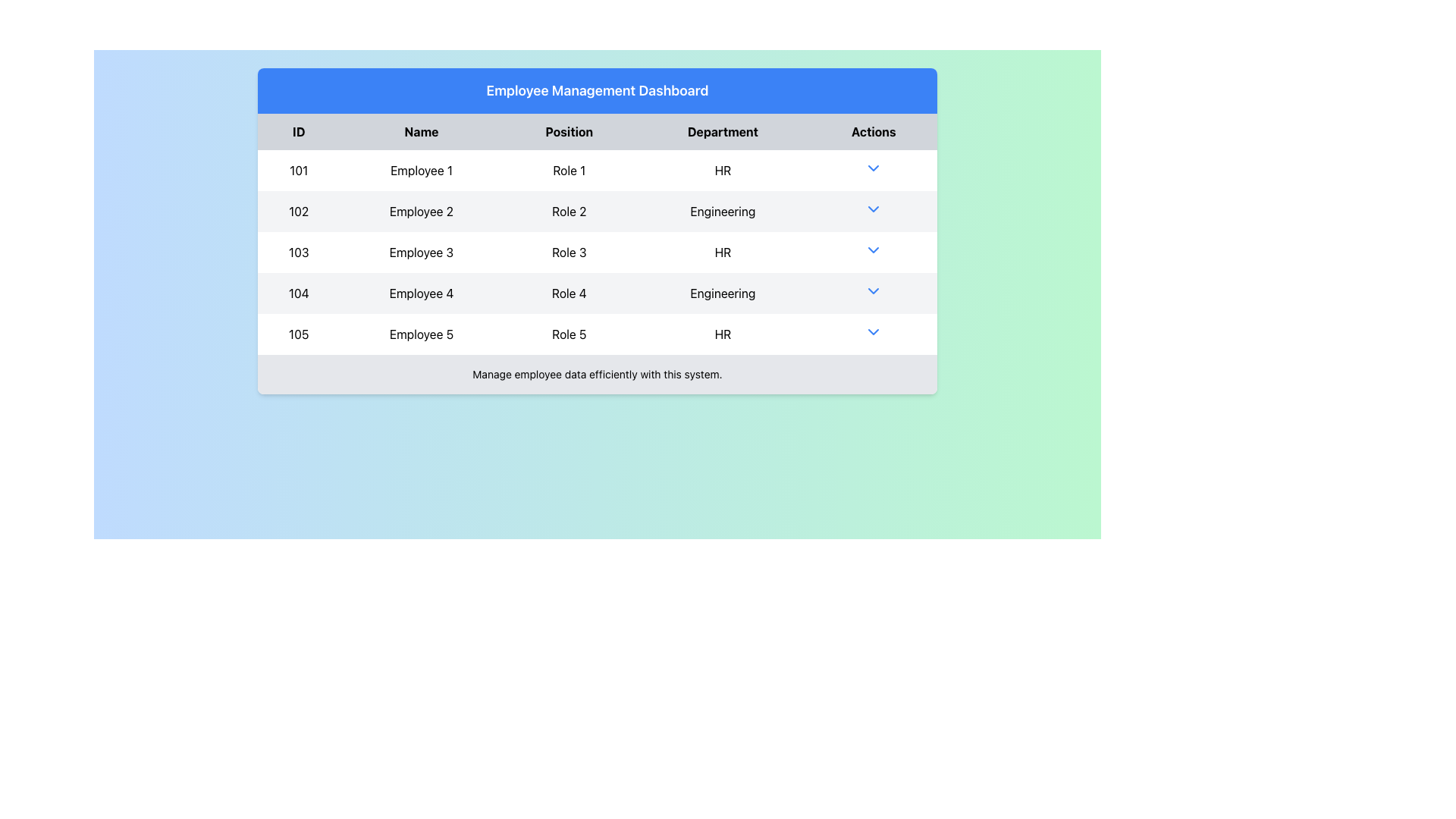 This screenshot has height=819, width=1456. I want to click on the dropdown toggle button in the 'Actions' column for 'Employee 2' in the second row of the table, so click(874, 209).